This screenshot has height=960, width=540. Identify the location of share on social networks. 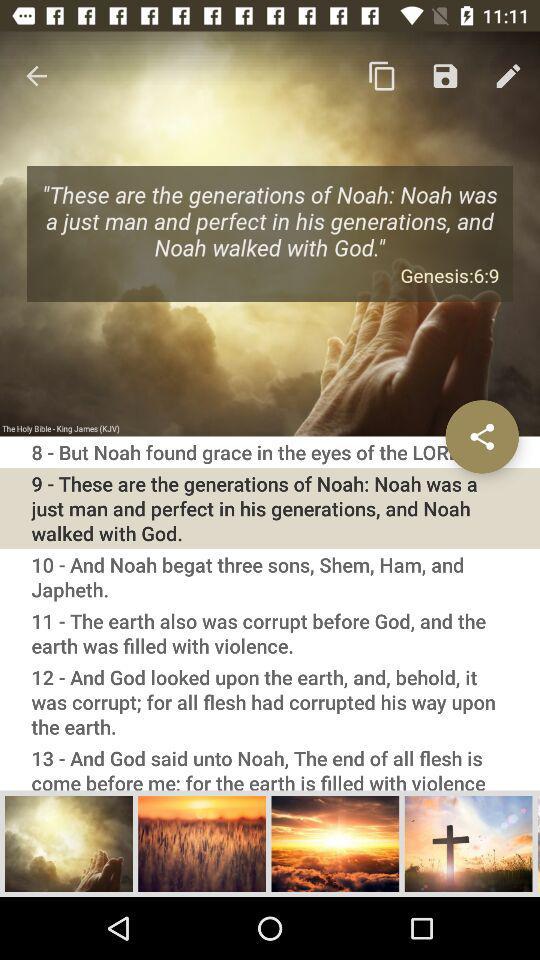
(481, 436).